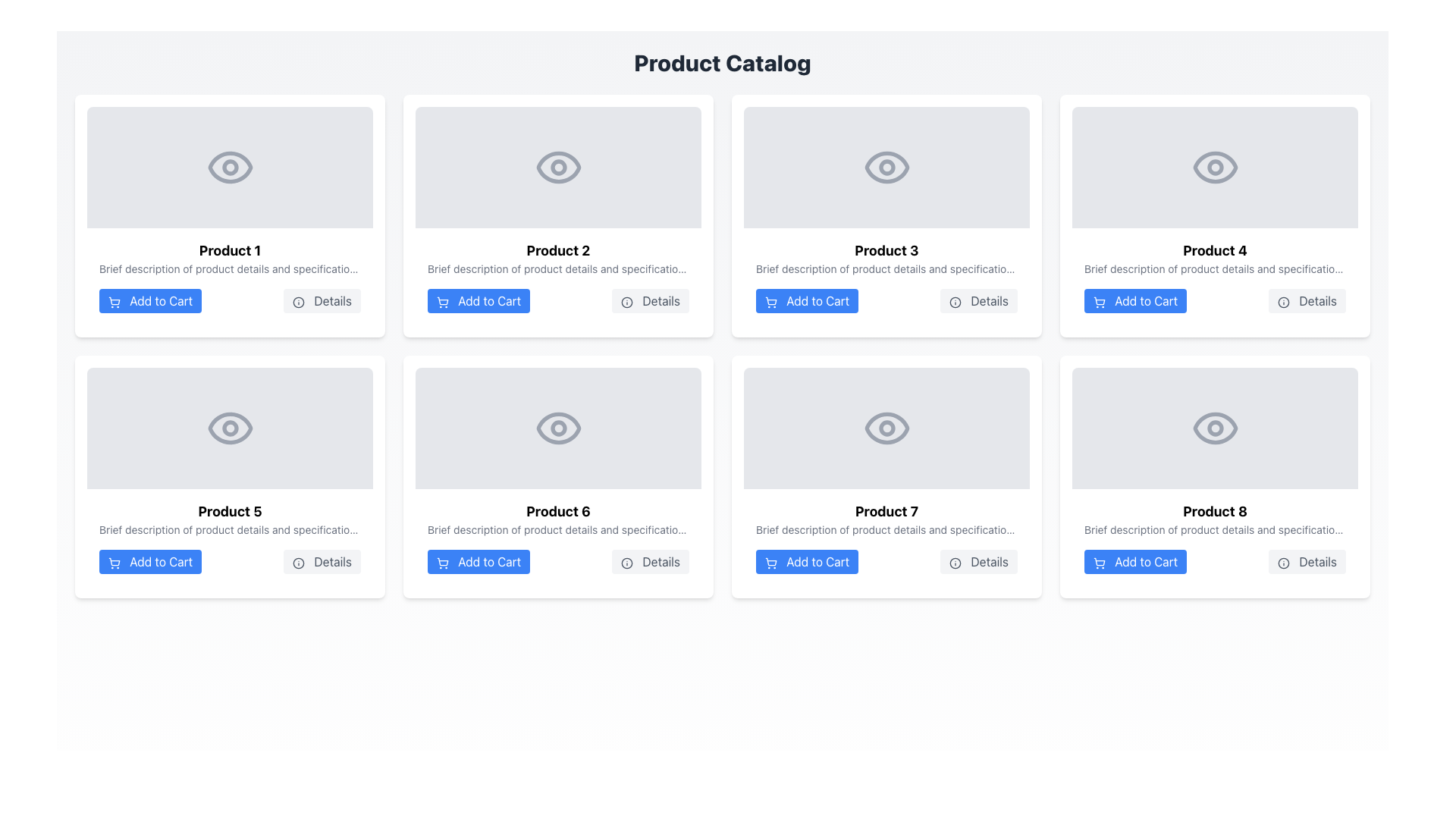  I want to click on the vector circle that represents the pupil or central indicator within the eye icon in the upper section of the Product 7 block, so click(886, 428).